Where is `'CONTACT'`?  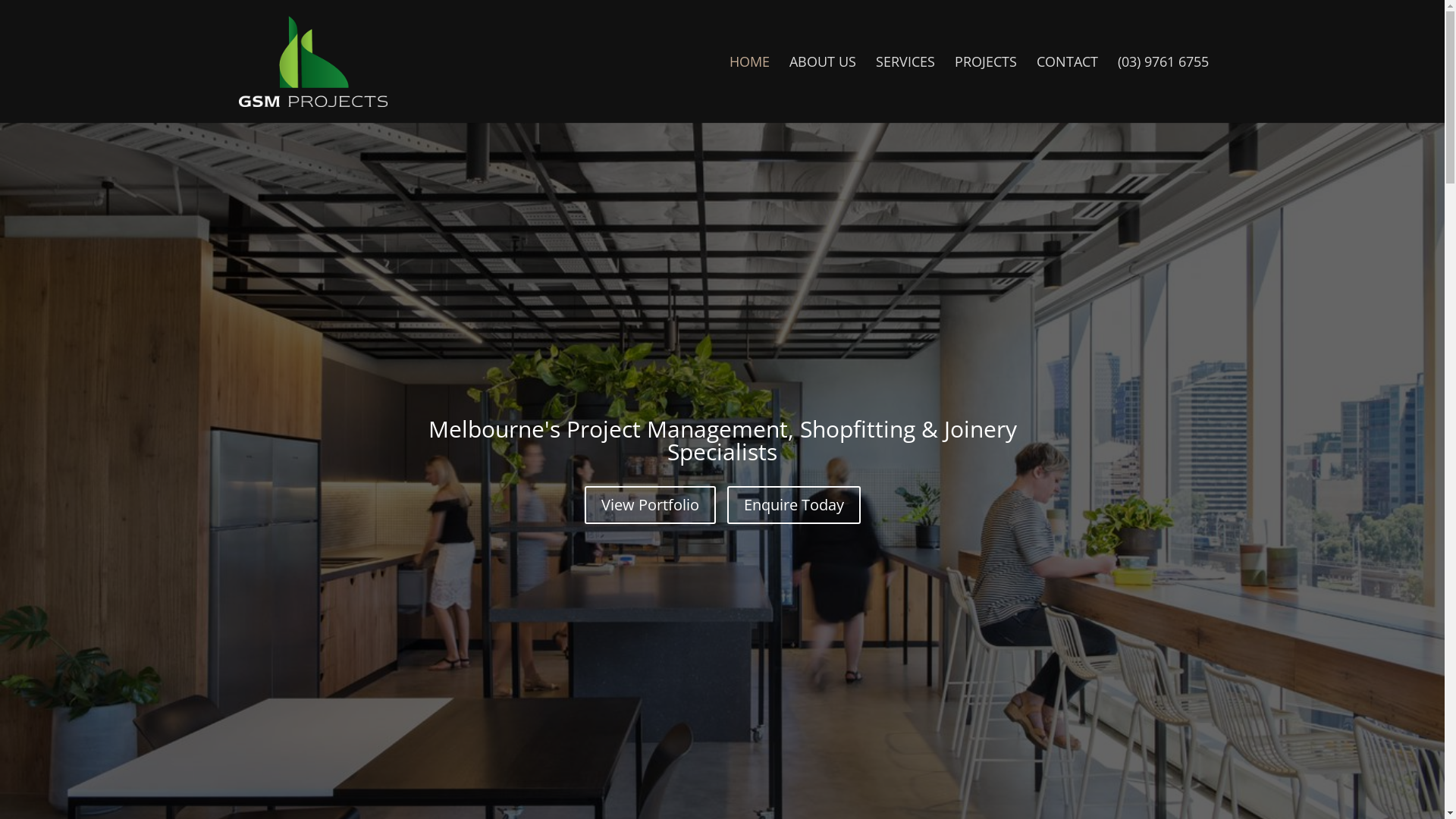
'CONTACT' is located at coordinates (1066, 89).